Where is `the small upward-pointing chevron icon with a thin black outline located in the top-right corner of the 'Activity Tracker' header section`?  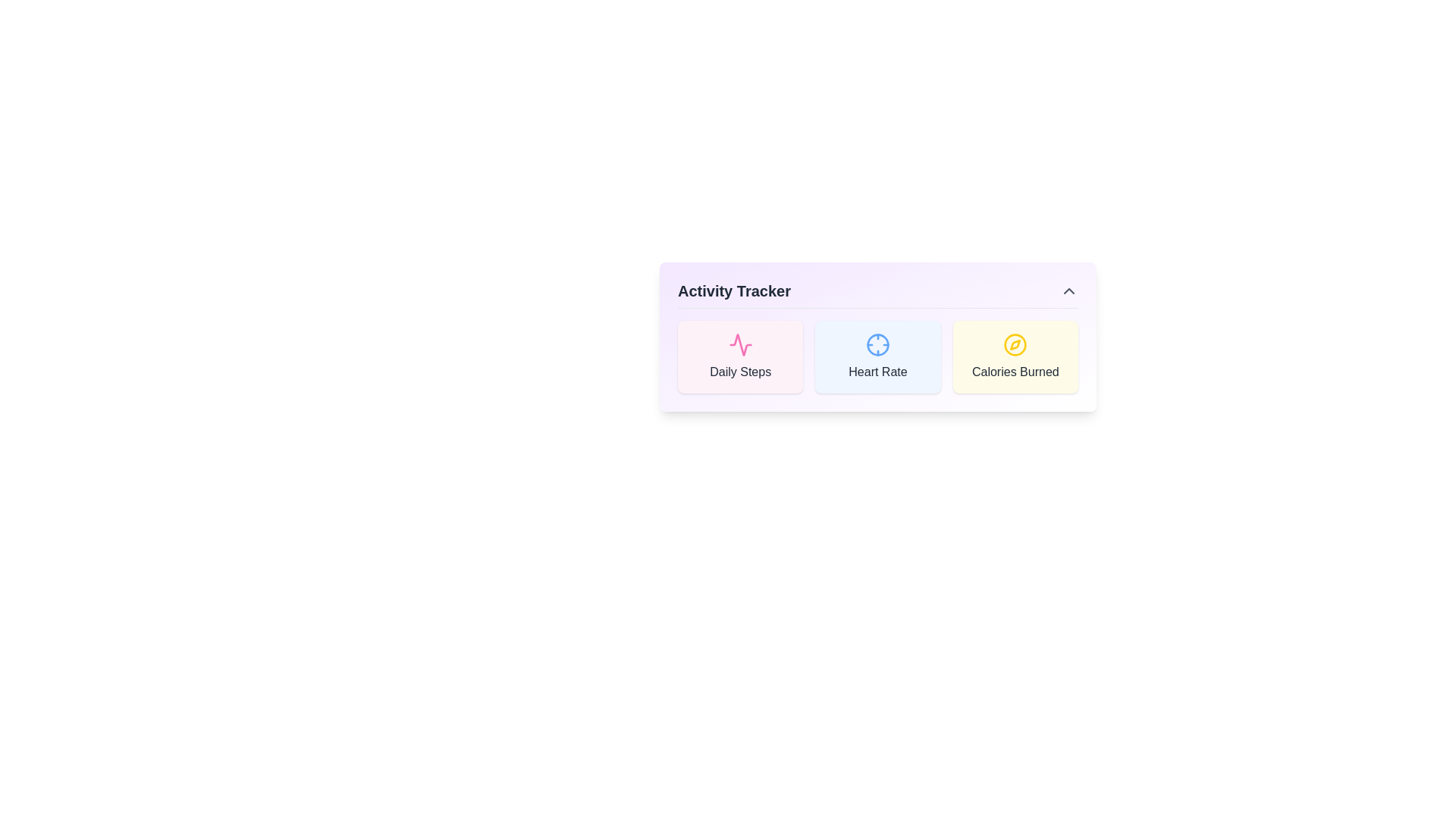
the small upward-pointing chevron icon with a thin black outline located in the top-right corner of the 'Activity Tracker' header section is located at coordinates (1068, 291).